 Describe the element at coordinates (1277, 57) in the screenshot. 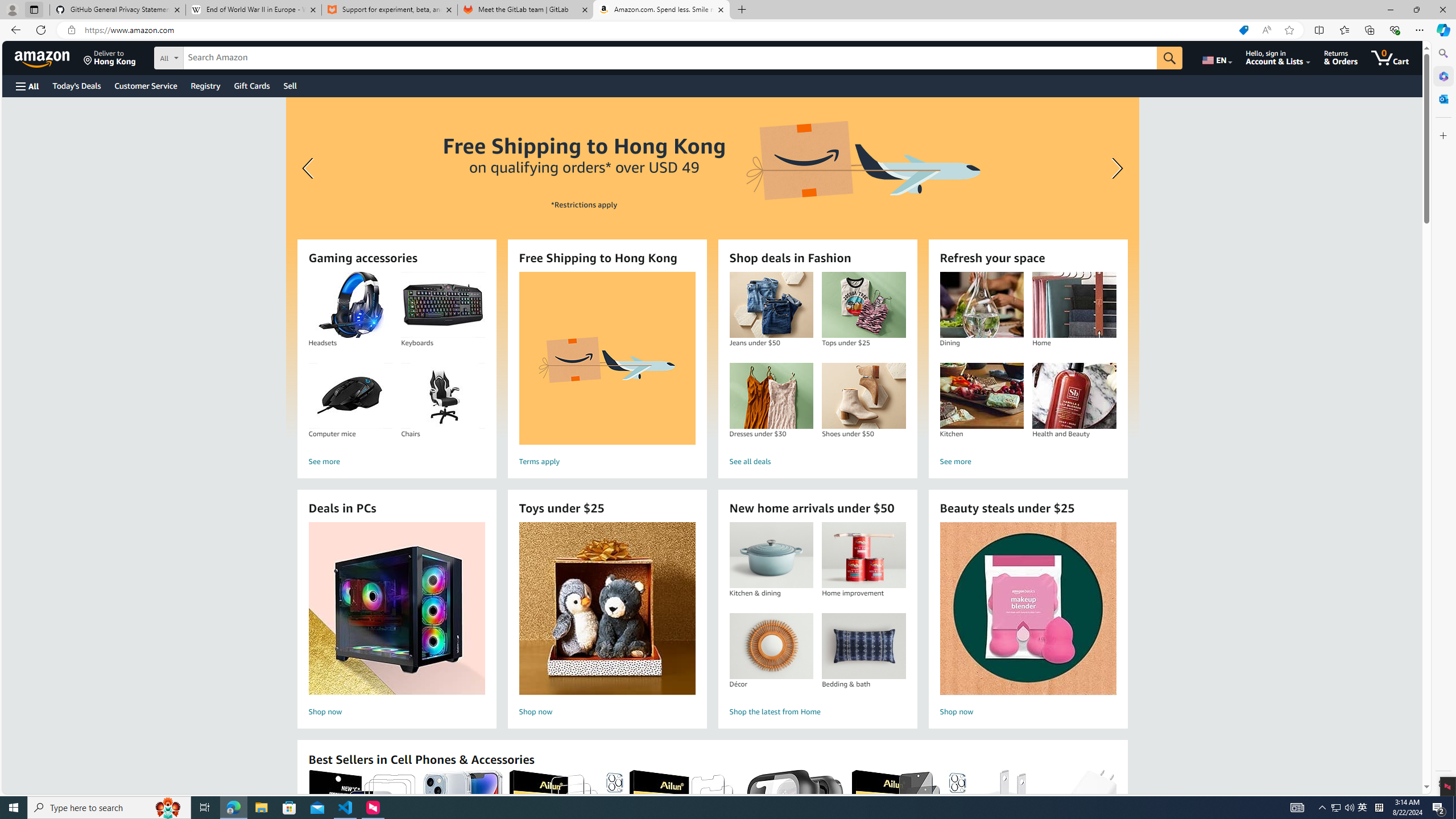

I see `'Hello, sign in Account & Lists'` at that location.